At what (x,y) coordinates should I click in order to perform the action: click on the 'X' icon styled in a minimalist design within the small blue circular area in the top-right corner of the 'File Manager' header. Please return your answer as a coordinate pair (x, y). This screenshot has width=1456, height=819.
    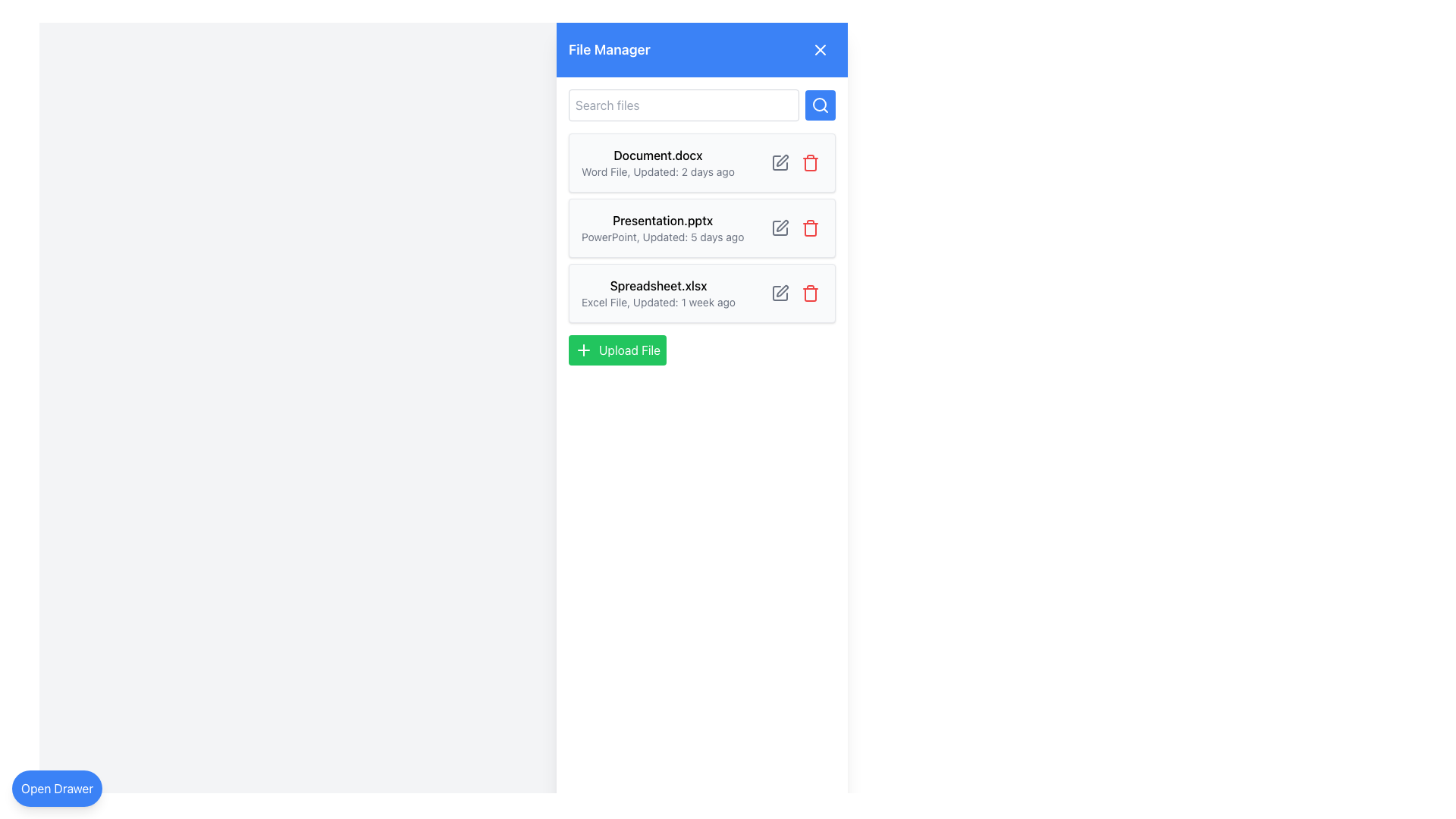
    Looking at the image, I should click on (819, 49).